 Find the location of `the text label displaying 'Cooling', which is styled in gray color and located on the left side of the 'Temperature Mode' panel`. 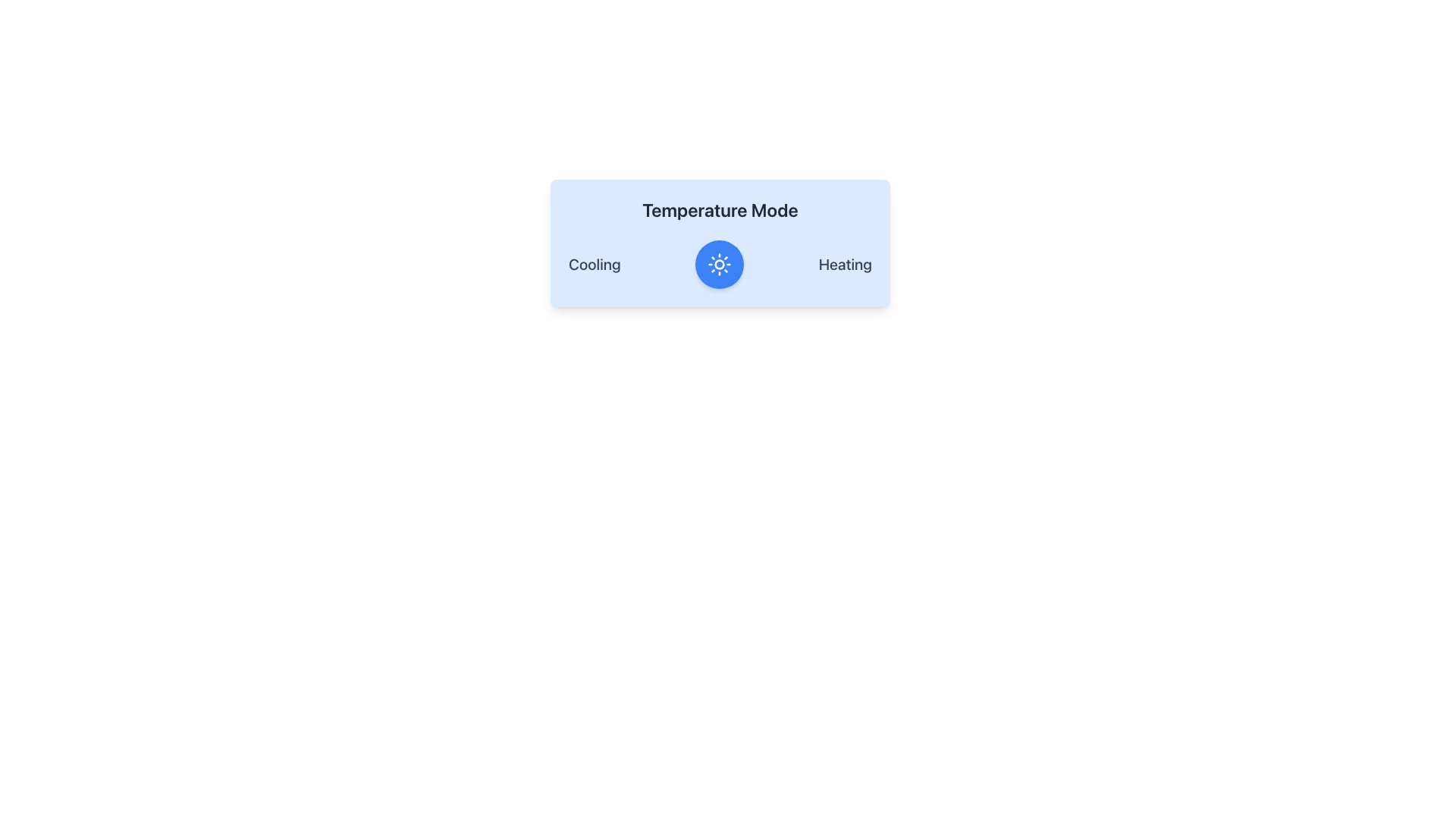

the text label displaying 'Cooling', which is styled in gray color and located on the left side of the 'Temperature Mode' panel is located at coordinates (594, 263).